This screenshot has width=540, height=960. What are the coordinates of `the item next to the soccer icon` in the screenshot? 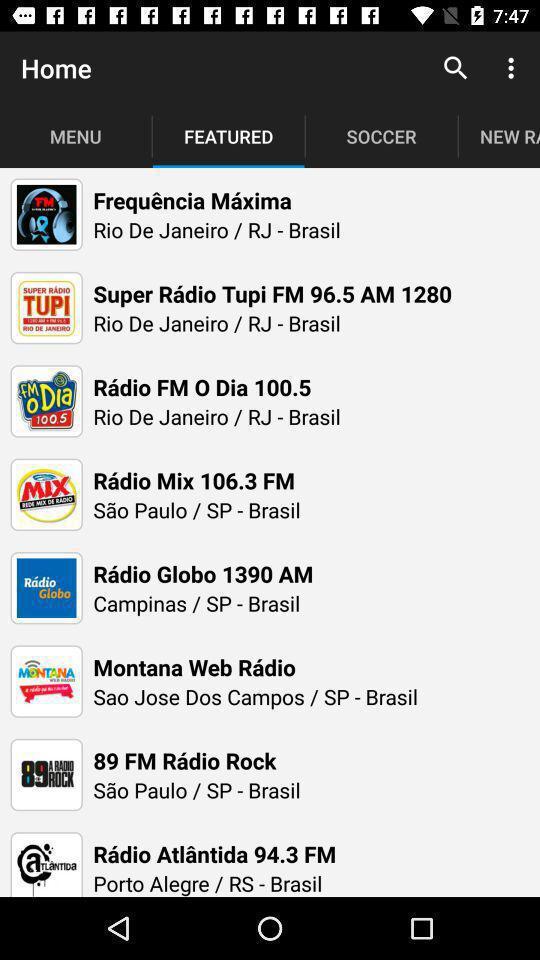 It's located at (455, 68).